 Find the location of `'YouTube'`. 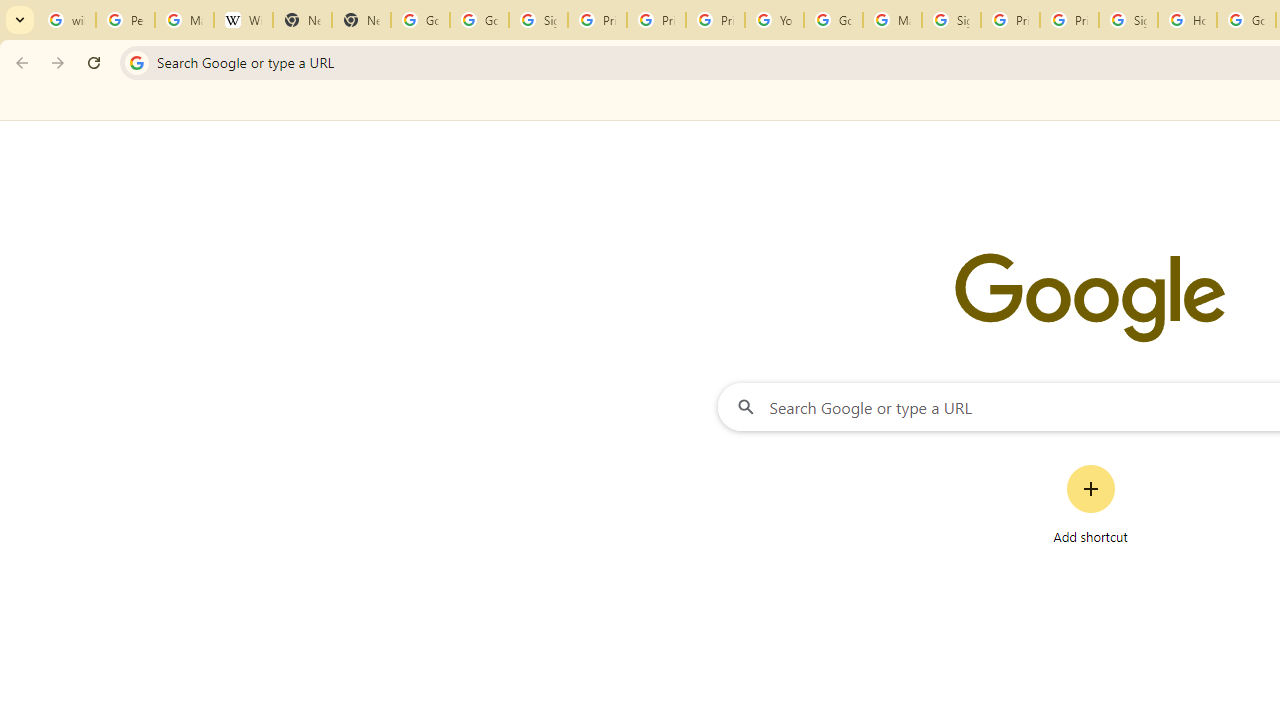

'YouTube' is located at coordinates (773, 20).